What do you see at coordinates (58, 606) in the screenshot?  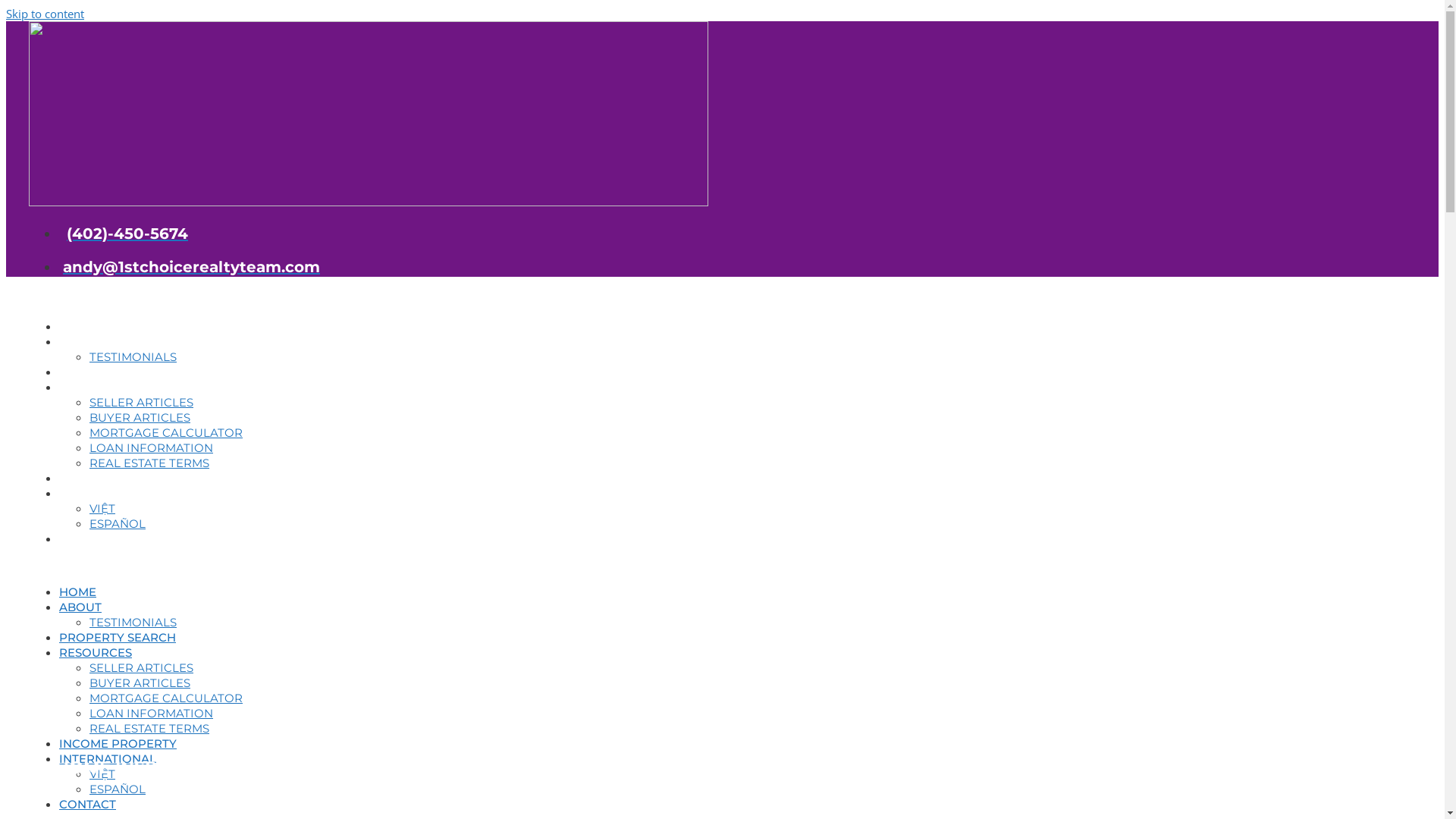 I see `'ABOUT'` at bounding box center [58, 606].